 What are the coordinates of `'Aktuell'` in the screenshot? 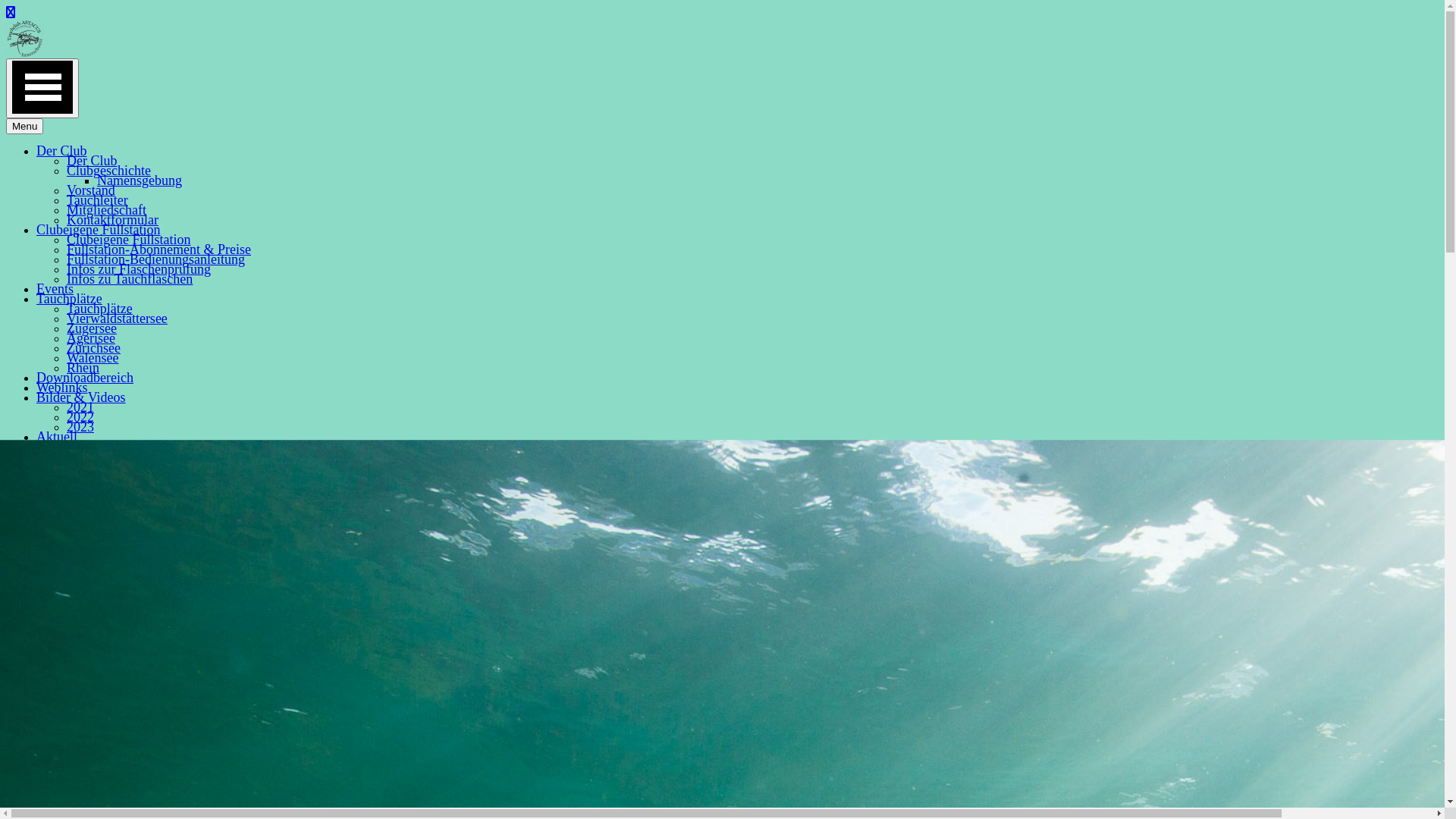 It's located at (57, 436).